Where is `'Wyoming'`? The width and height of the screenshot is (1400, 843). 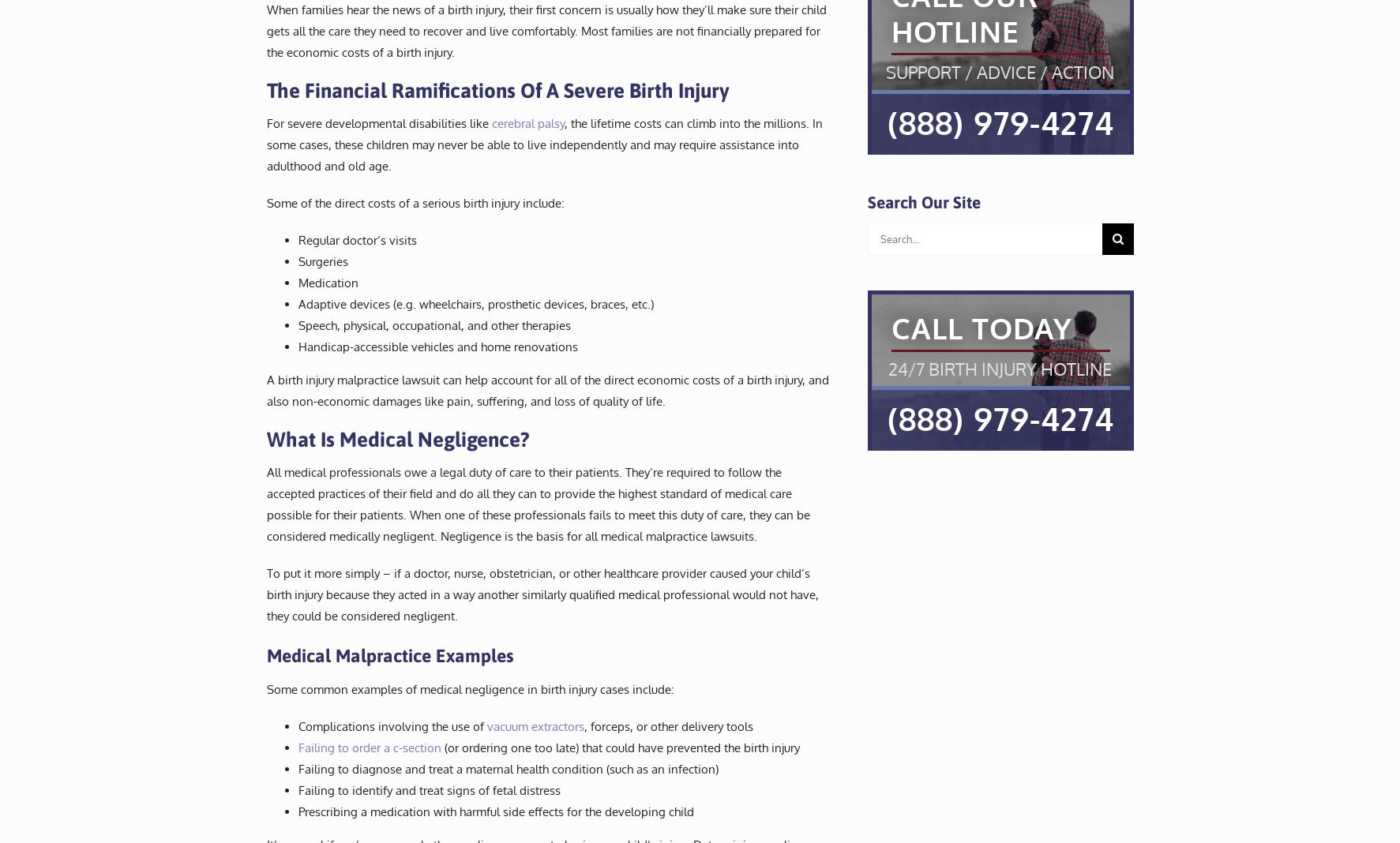 'Wyoming' is located at coordinates (713, 189).